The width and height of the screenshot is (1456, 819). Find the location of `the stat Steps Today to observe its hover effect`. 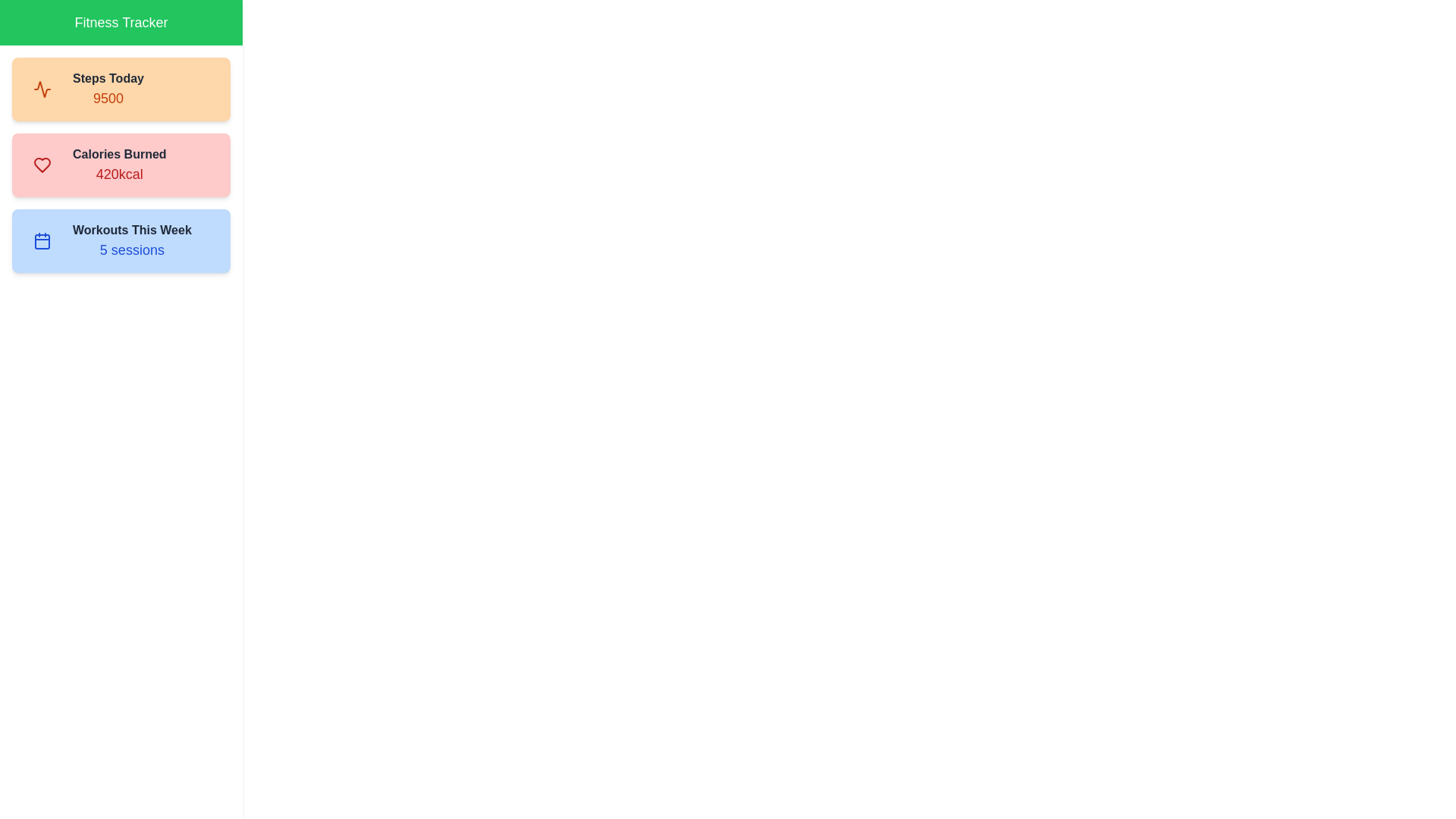

the stat Steps Today to observe its hover effect is located at coordinates (120, 89).